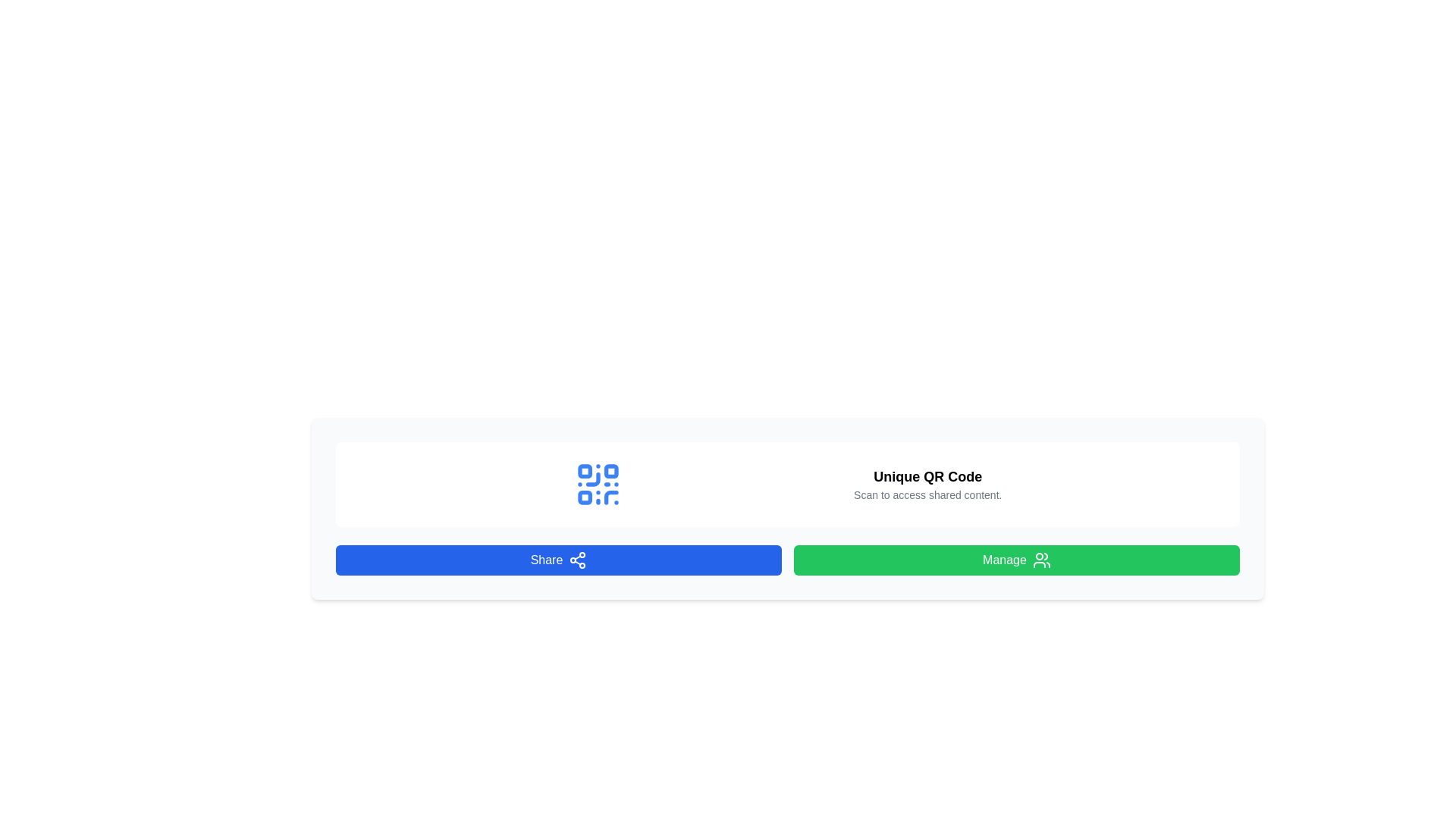 This screenshot has width=1456, height=819. Describe the element at coordinates (597, 485) in the screenshot. I see `the QR code icon located to the left of the text 'Unique QR Code' in the center region of the interface, slightly towards the top` at that location.